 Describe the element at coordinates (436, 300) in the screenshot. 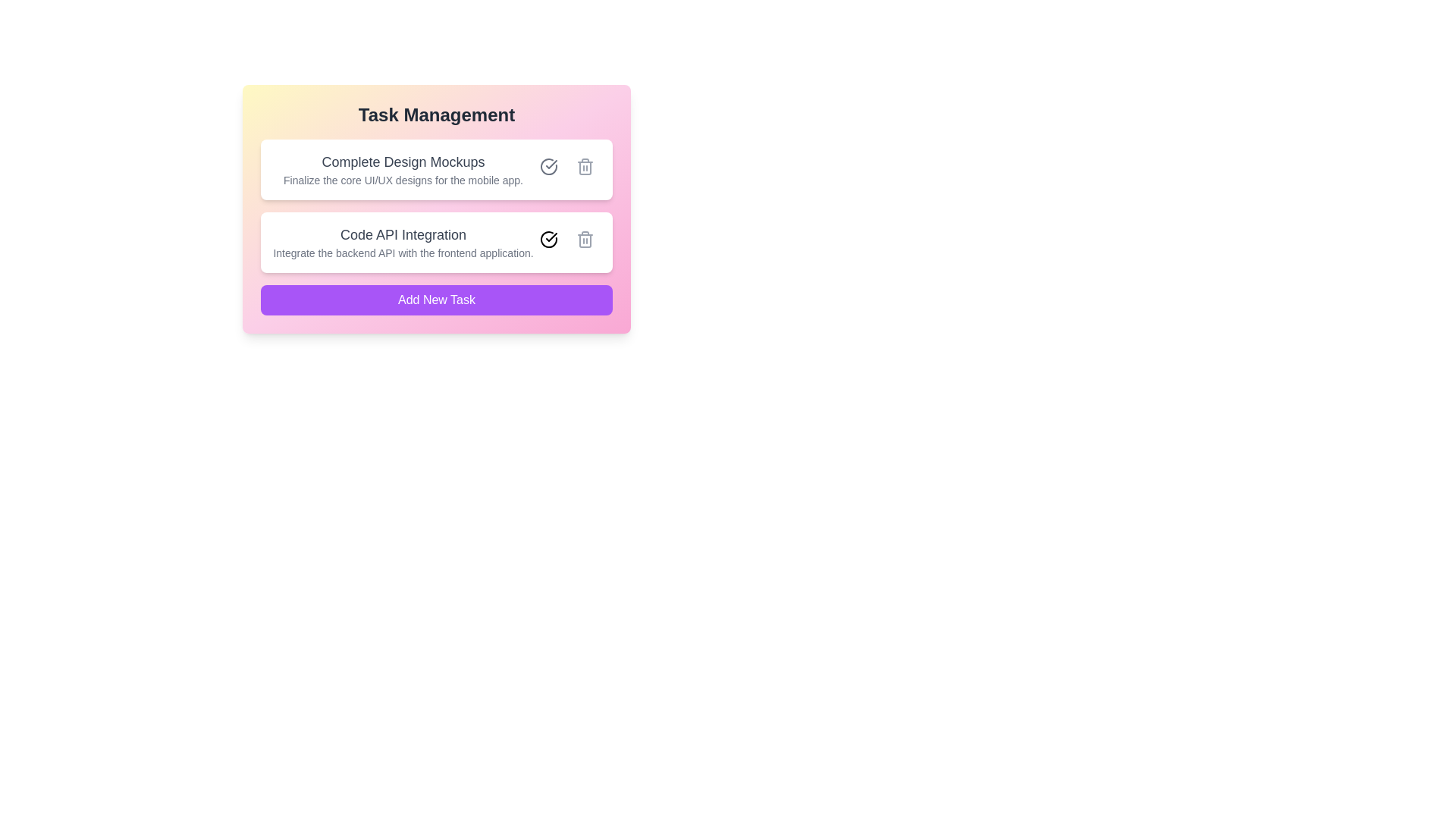

I see `'Add New Task' button to add a new task` at that location.